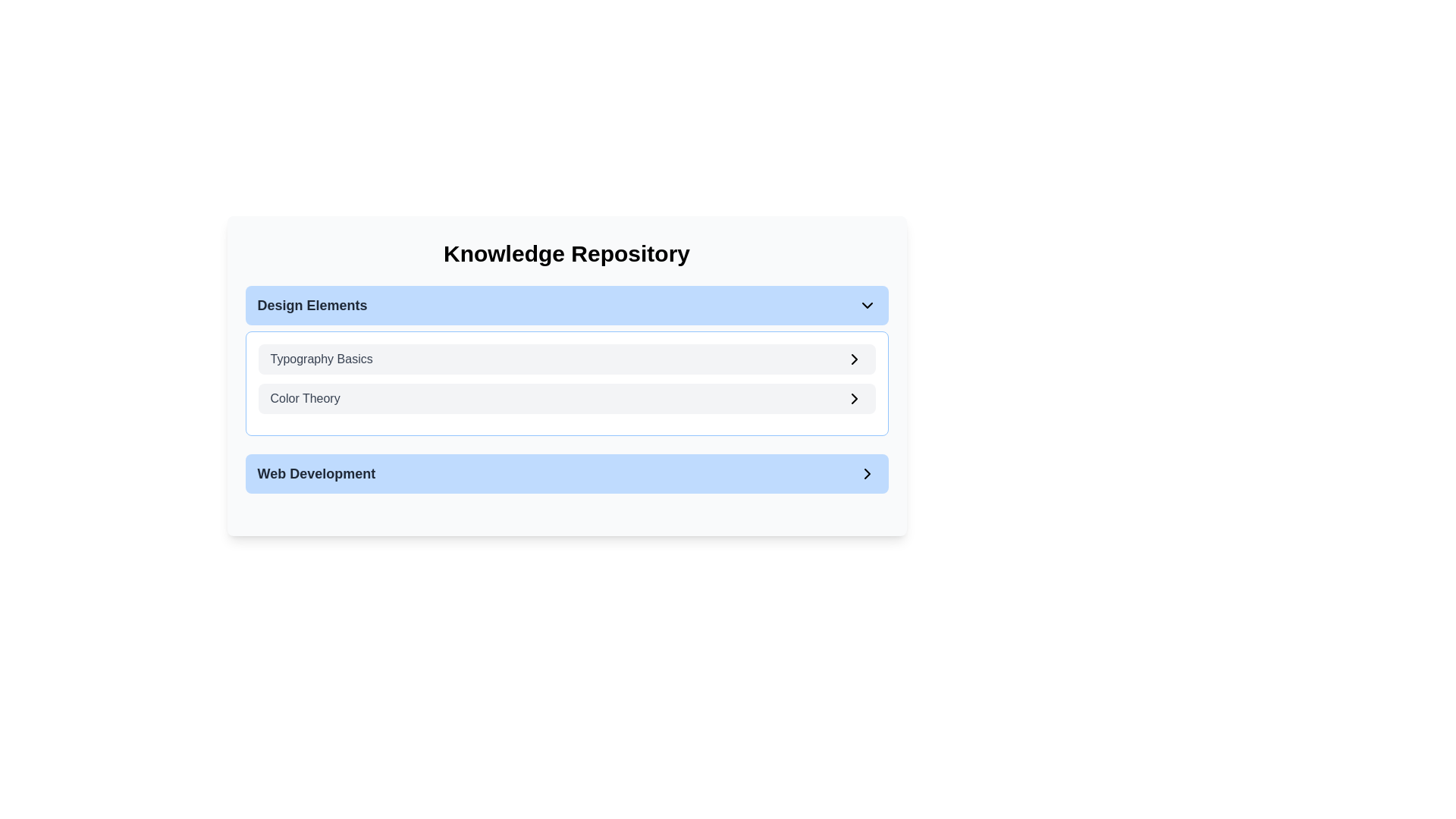 The width and height of the screenshot is (1456, 819). Describe the element at coordinates (854, 397) in the screenshot. I see `the rightward-pointing chevron icon located at the far right of the 'Color Theory' menu item` at that location.